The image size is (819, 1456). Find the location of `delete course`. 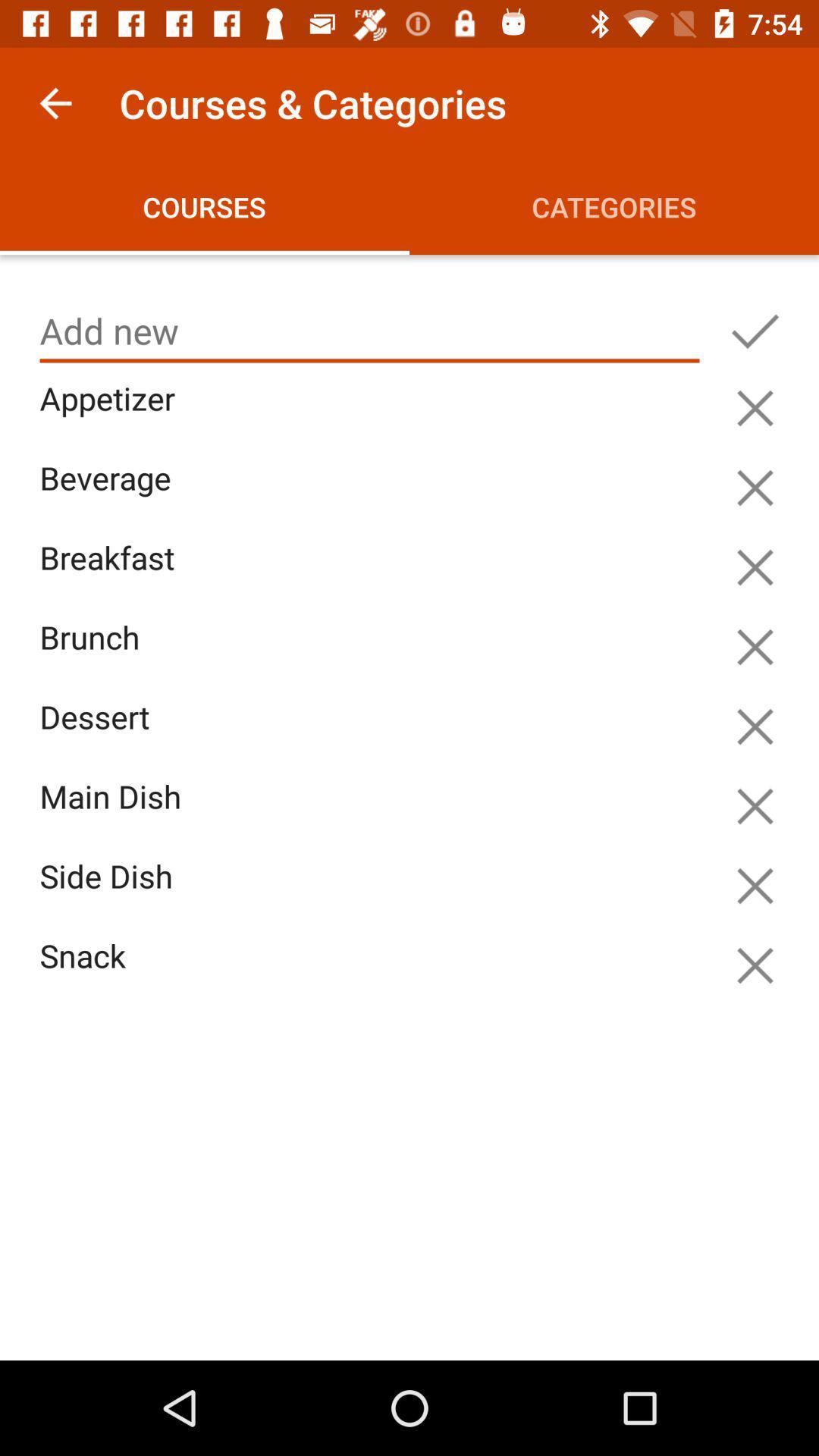

delete course is located at coordinates (755, 726).